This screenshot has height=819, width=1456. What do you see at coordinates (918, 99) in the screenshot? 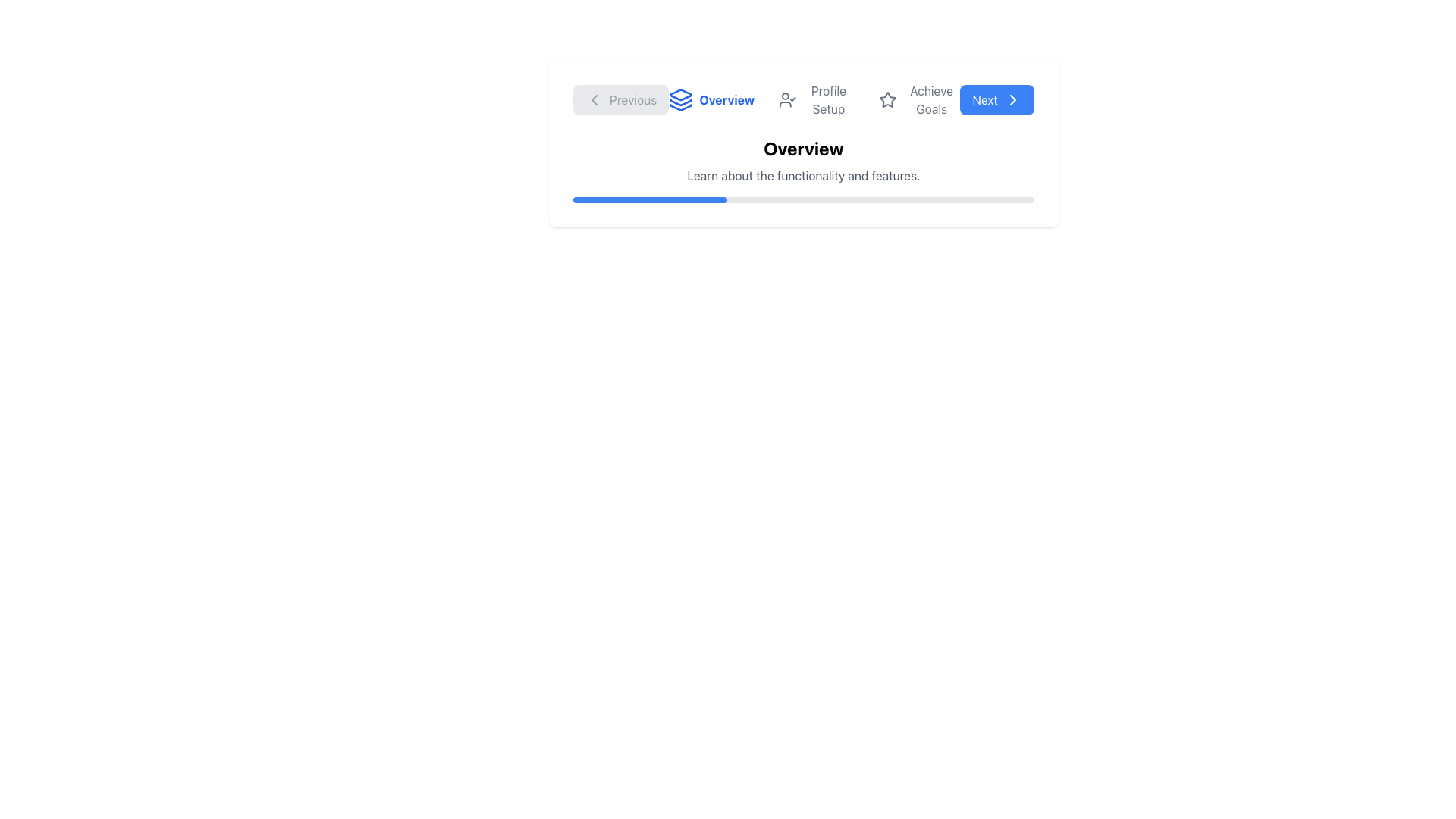
I see `the 'Achieve Goals' navigation tab, which features a star icon and is positioned between 'Profile Setup' and 'Next'` at bounding box center [918, 99].